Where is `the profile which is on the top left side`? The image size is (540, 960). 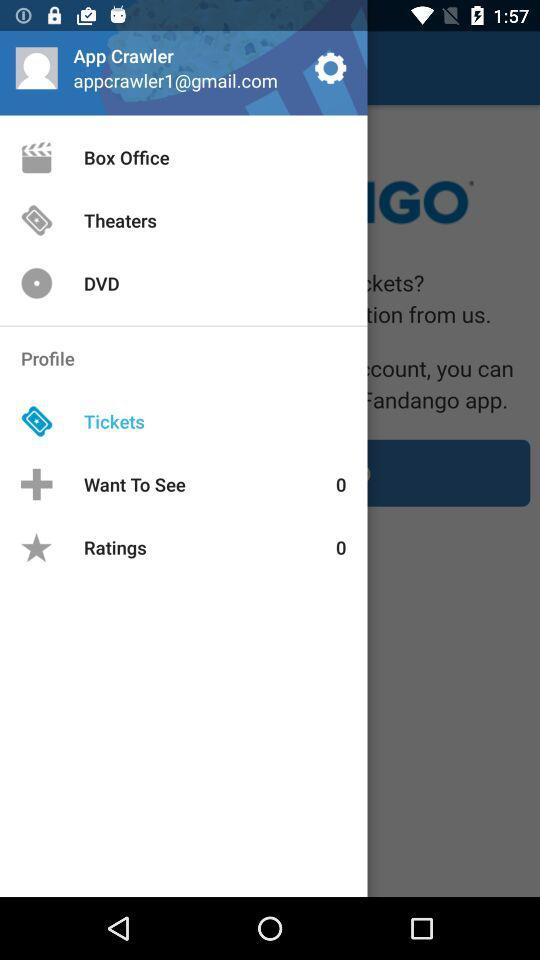 the profile which is on the top left side is located at coordinates (36, 67).